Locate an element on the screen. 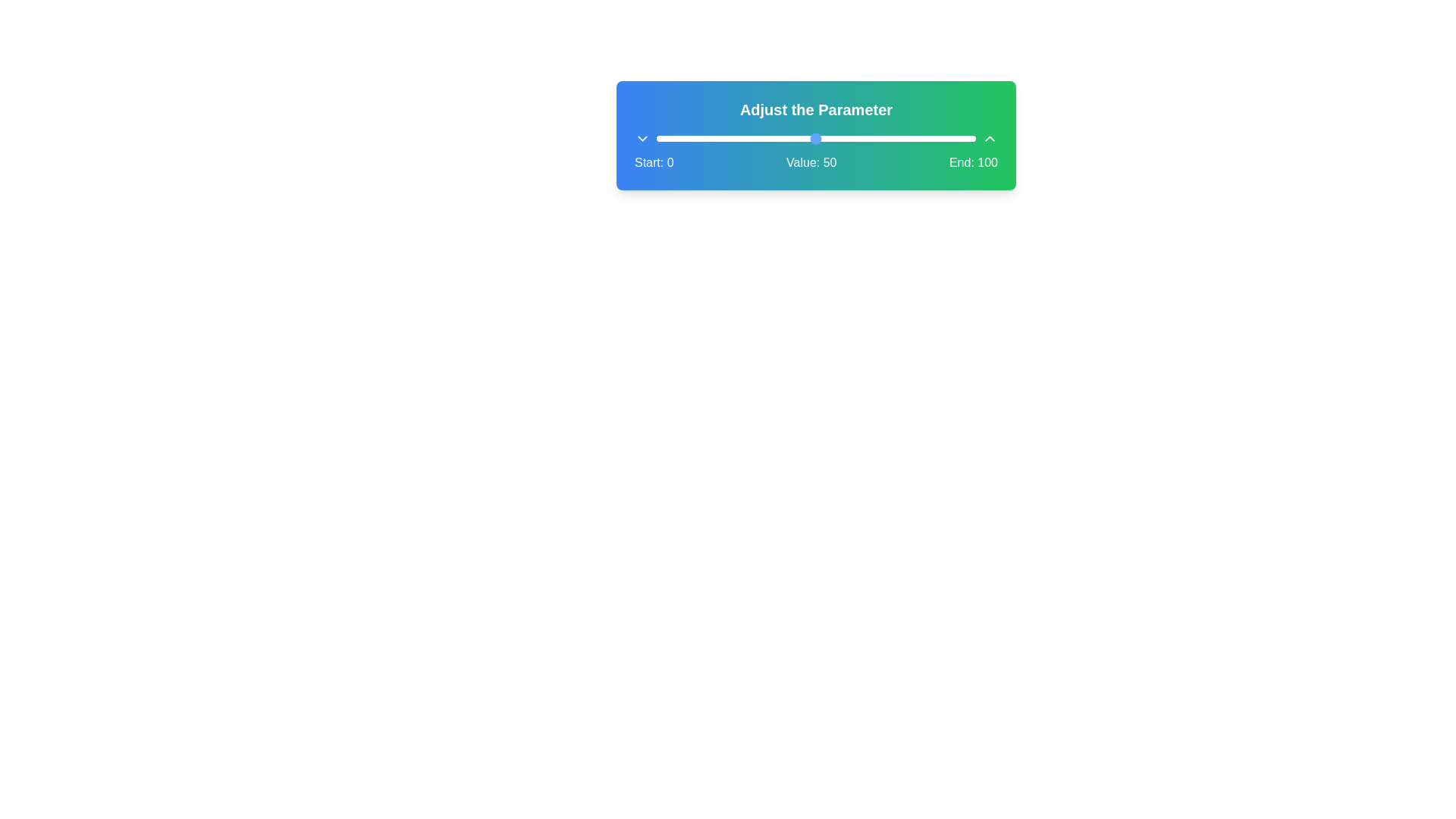 Image resolution: width=1456 pixels, height=819 pixels. displayed value from the text label that shows 'Value: 50', which is styled with a white font color and located within a green-to-blue gradient background is located at coordinates (811, 163).